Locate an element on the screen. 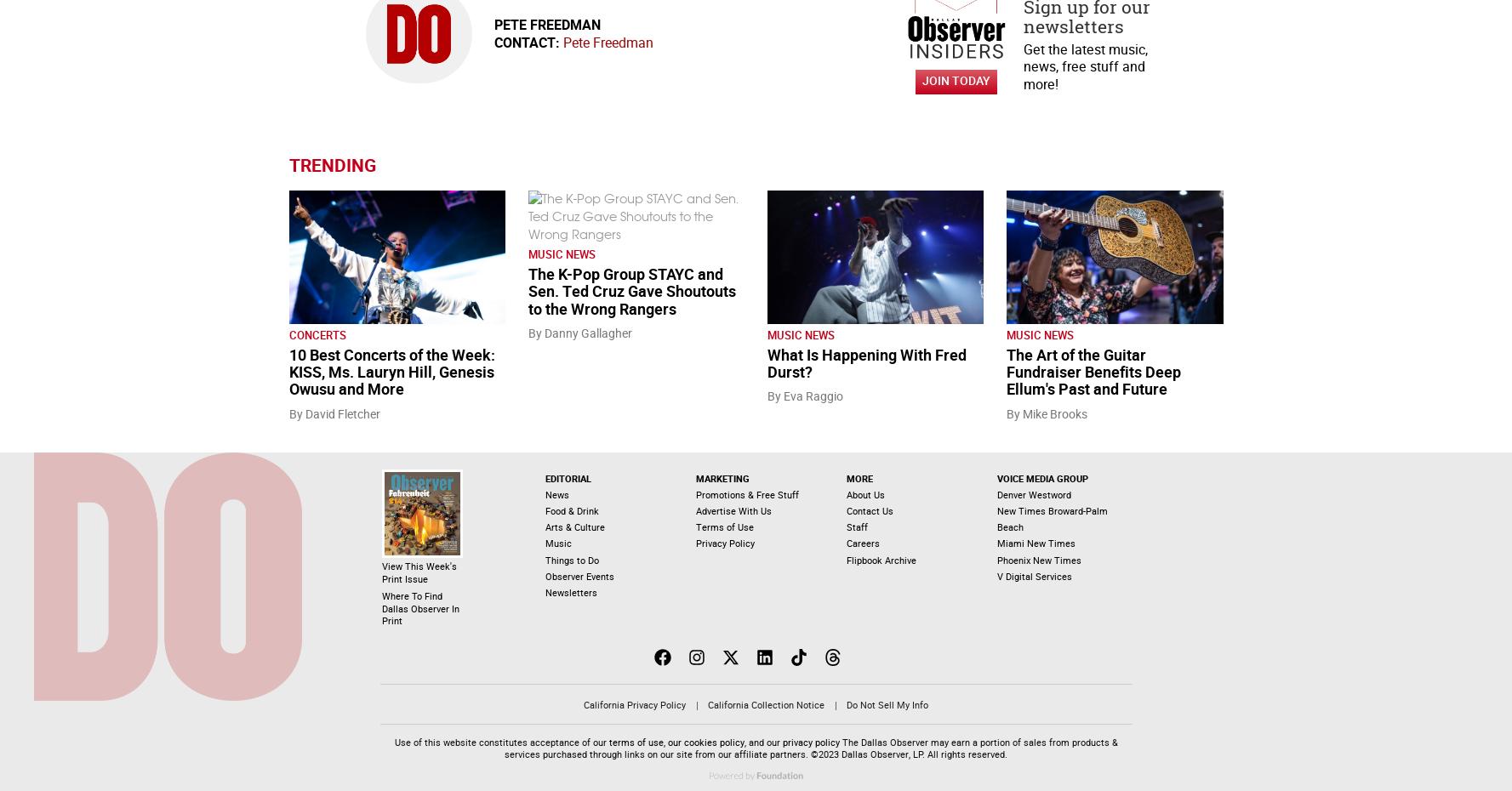 The width and height of the screenshot is (1512, 791). 'California Privacy Policy' is located at coordinates (633, 704).